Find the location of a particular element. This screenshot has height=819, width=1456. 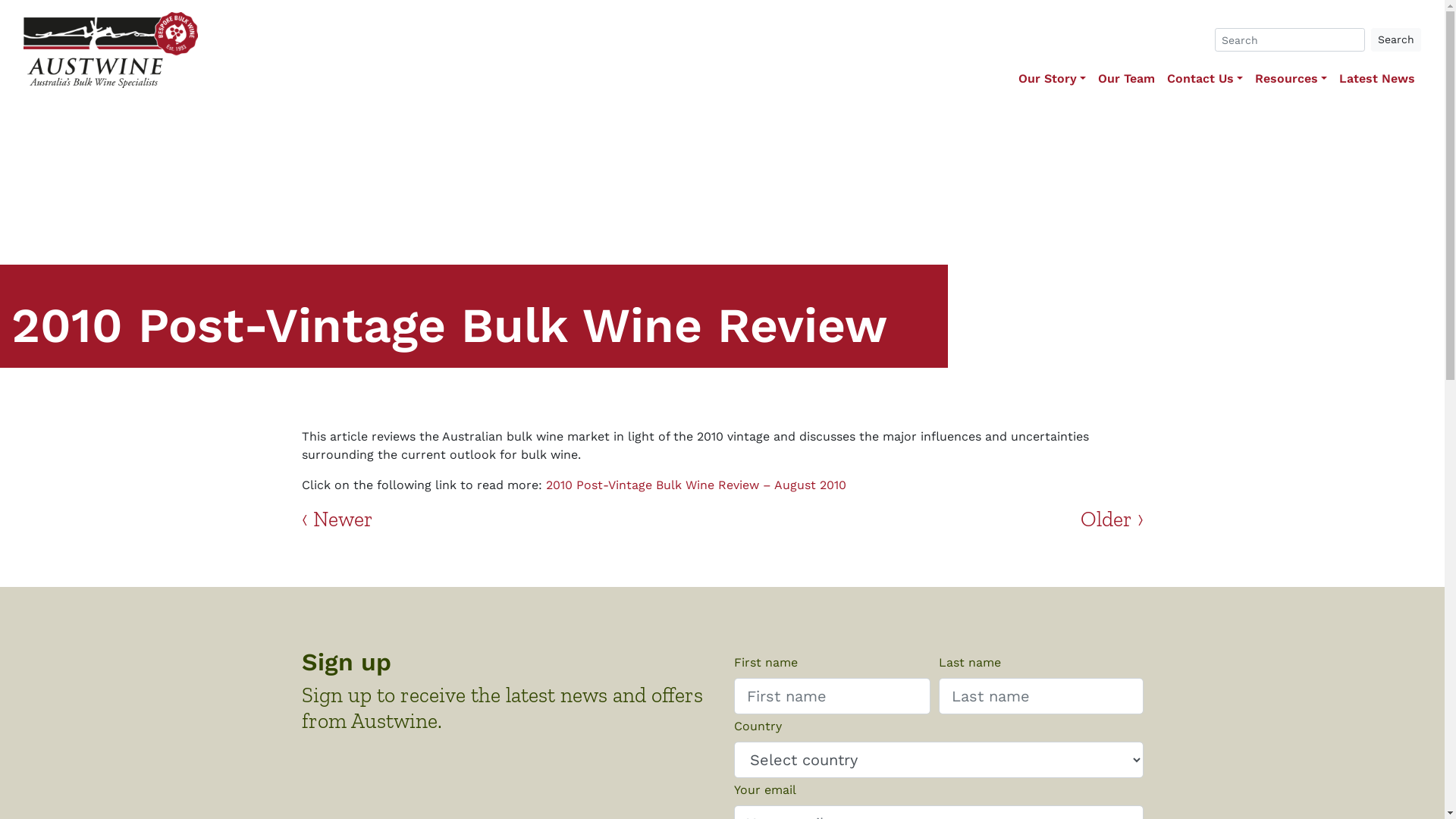

'Contact Us' is located at coordinates (1160, 79).